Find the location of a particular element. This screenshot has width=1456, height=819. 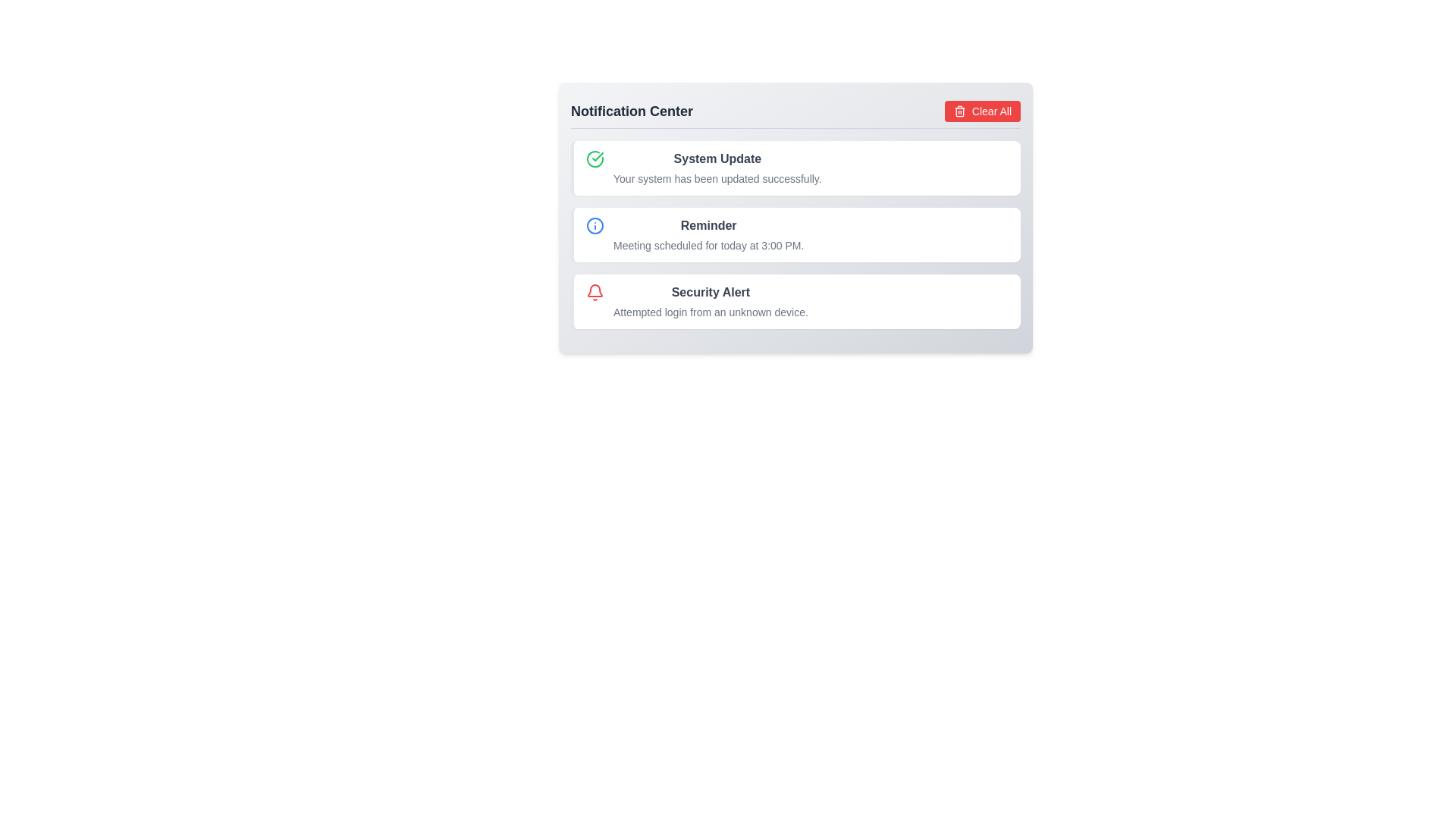

the text element that conveys additional details about the security alert regarding a login attempt from an unknown device, located below the 'Security Alert' heading in the third notification card of the Notification Center panel is located at coordinates (710, 312).